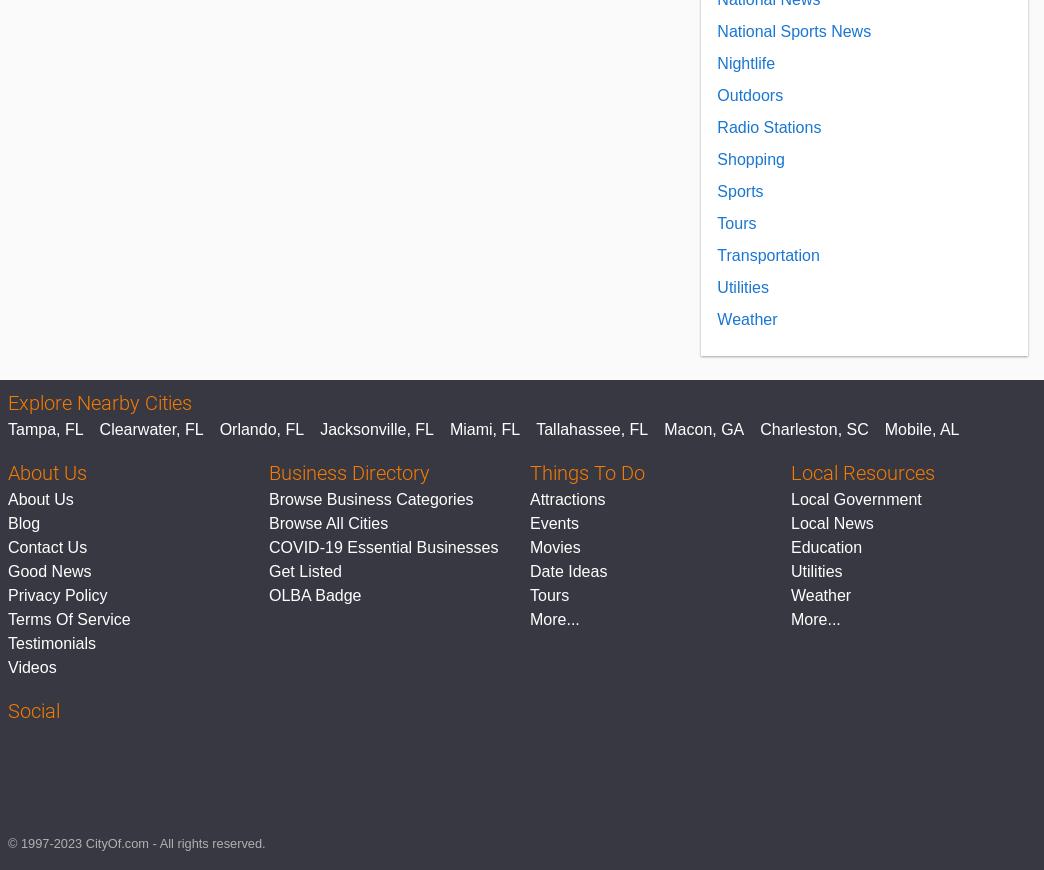 Image resolution: width=1044 pixels, height=870 pixels. What do you see at coordinates (529, 522) in the screenshot?
I see `'Events'` at bounding box center [529, 522].